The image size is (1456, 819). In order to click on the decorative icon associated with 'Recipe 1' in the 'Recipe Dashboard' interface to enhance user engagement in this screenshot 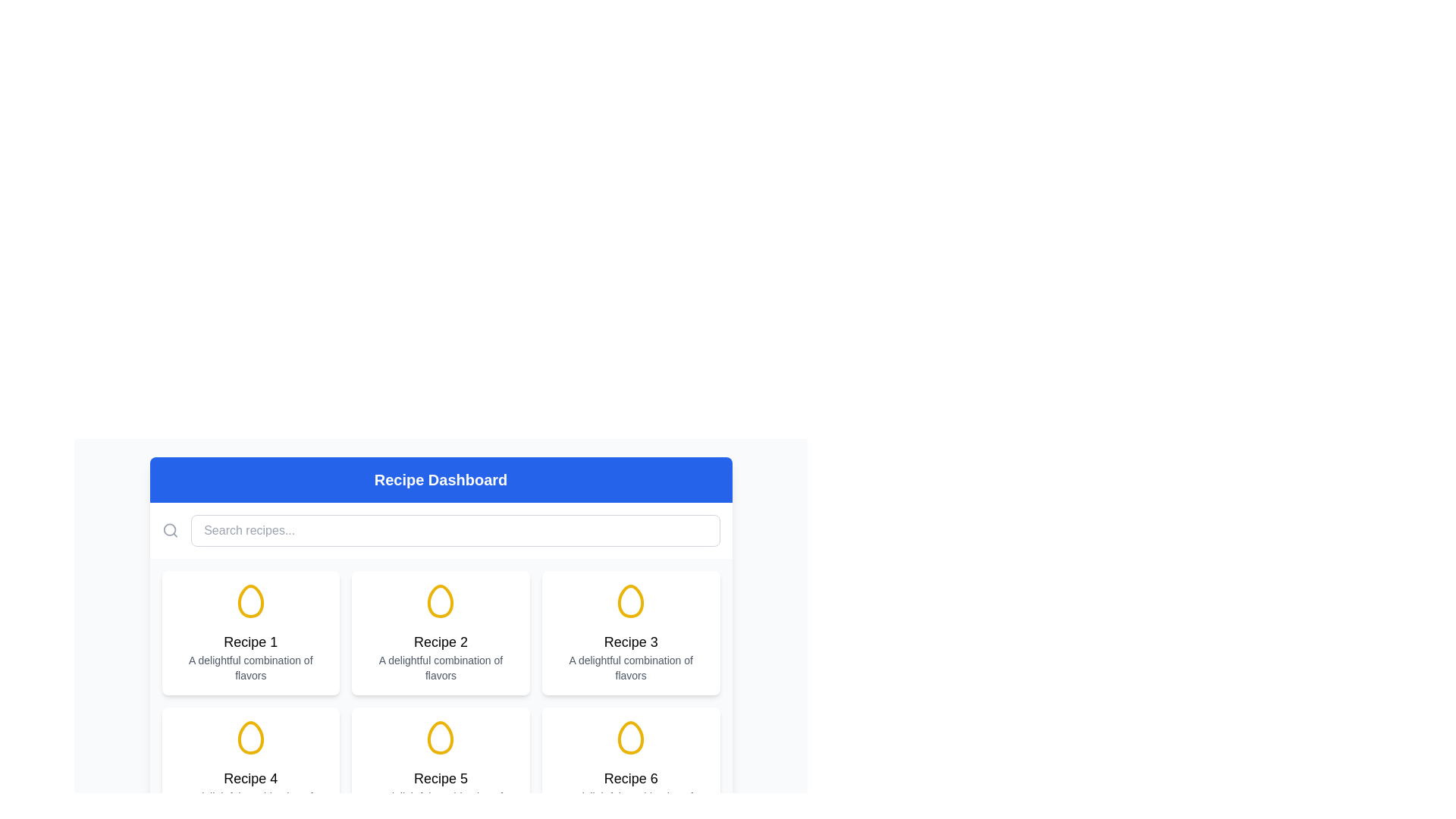, I will do `click(250, 601)`.